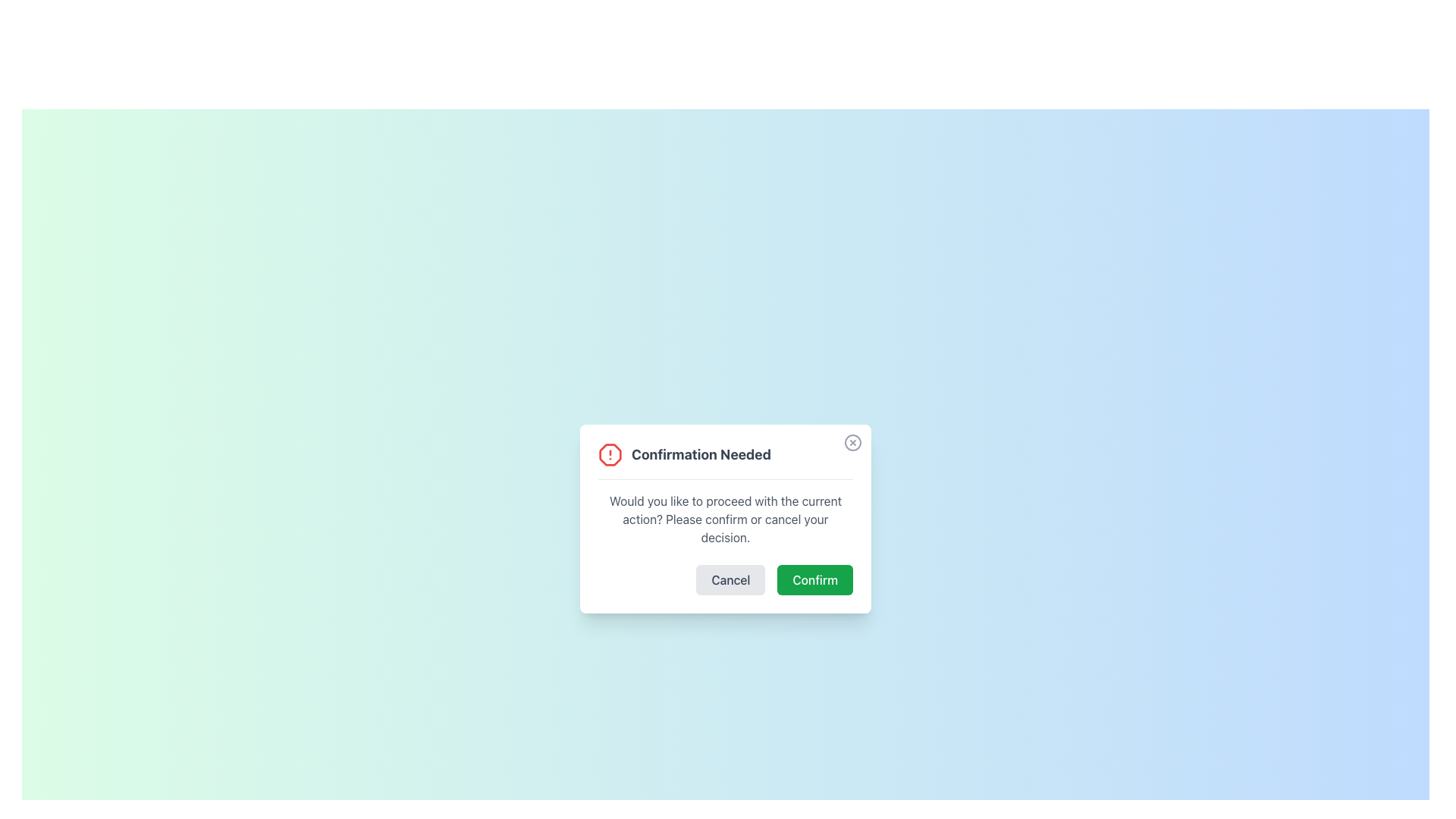 This screenshot has width=1456, height=819. Describe the element at coordinates (814, 579) in the screenshot. I see `the confirm button located at the bottom-right of the modal dialog` at that location.